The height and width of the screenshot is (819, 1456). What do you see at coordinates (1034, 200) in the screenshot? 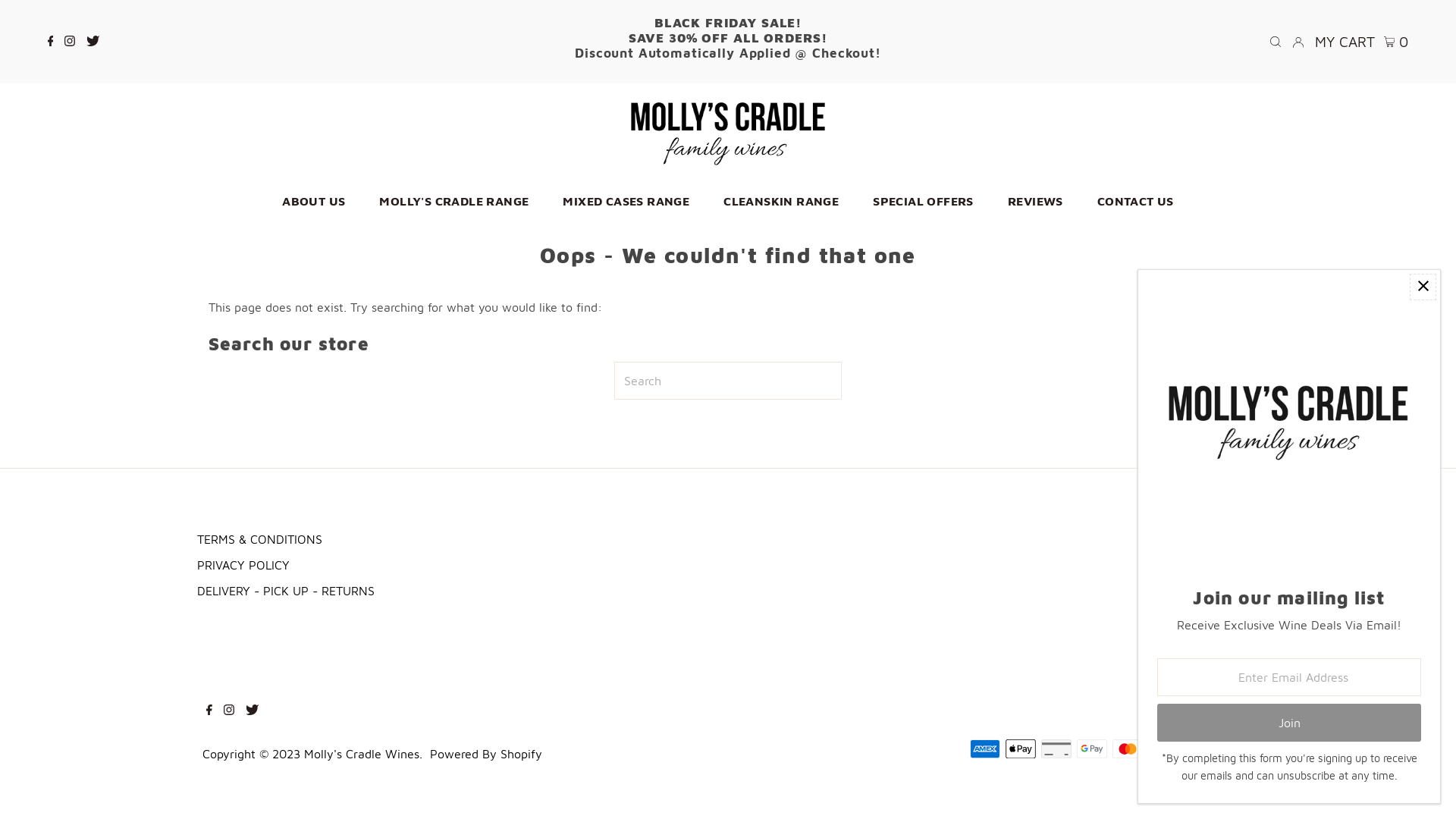
I see `'REVIEWS'` at bounding box center [1034, 200].